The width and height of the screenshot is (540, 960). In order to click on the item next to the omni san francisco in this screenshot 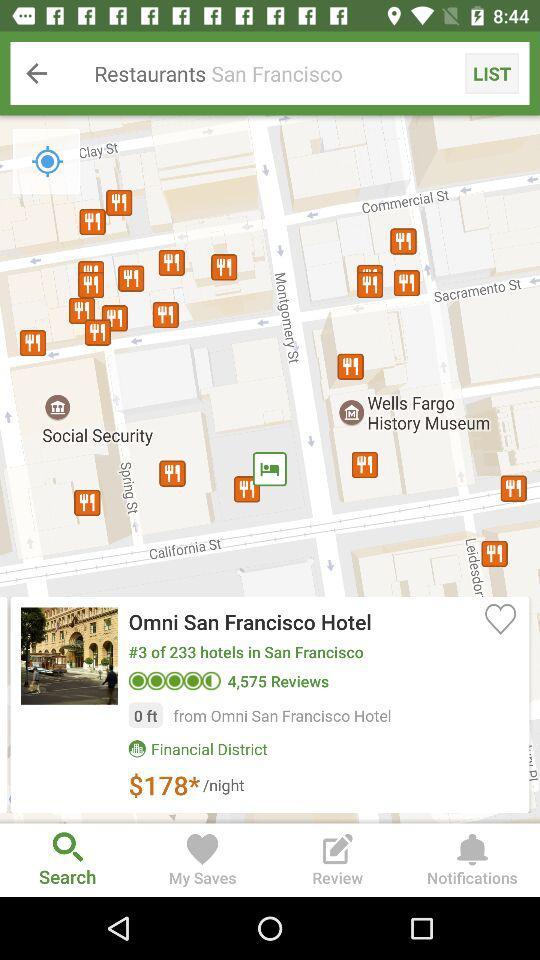, I will do `click(499, 617)`.